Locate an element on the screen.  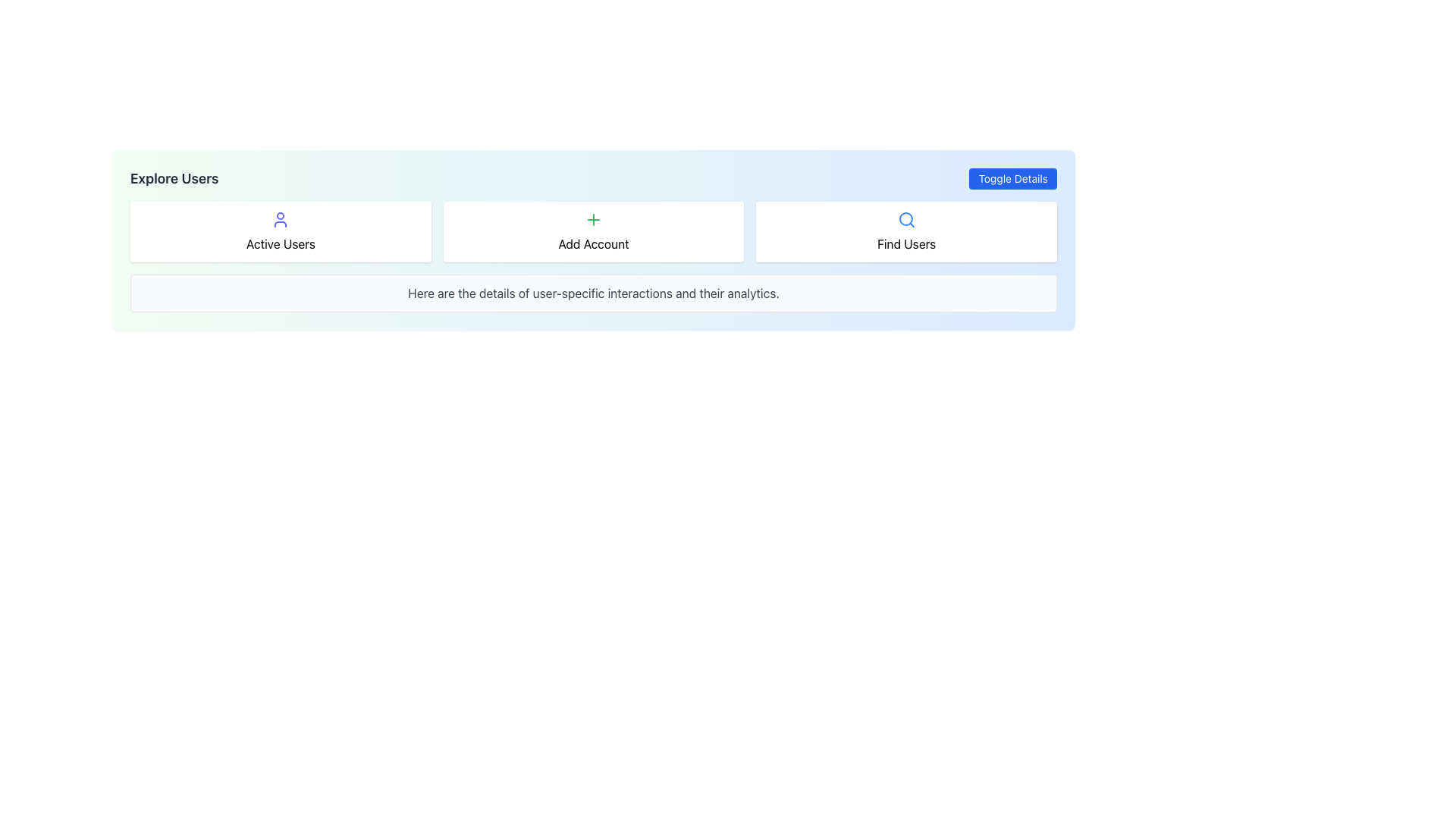
the appearance of the circular icon at the center of the search icon within the 'Find Users' button, which has a blue outline stroke is located at coordinates (905, 219).